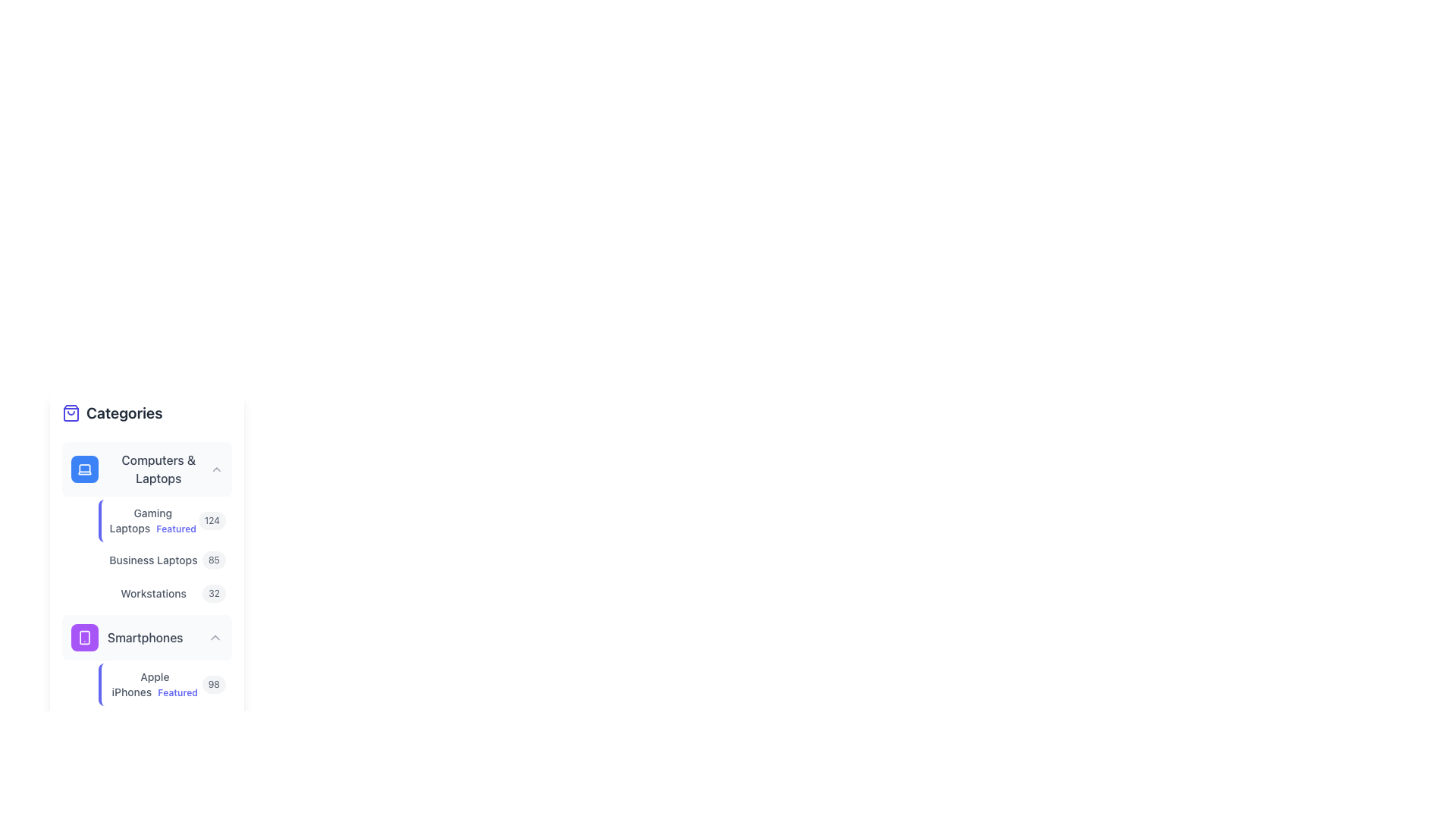 This screenshot has width=1456, height=819. Describe the element at coordinates (213, 560) in the screenshot. I see `the numerical indicator badge next to 'Business Laptops' in the 'Computers & Laptops' category section` at that location.